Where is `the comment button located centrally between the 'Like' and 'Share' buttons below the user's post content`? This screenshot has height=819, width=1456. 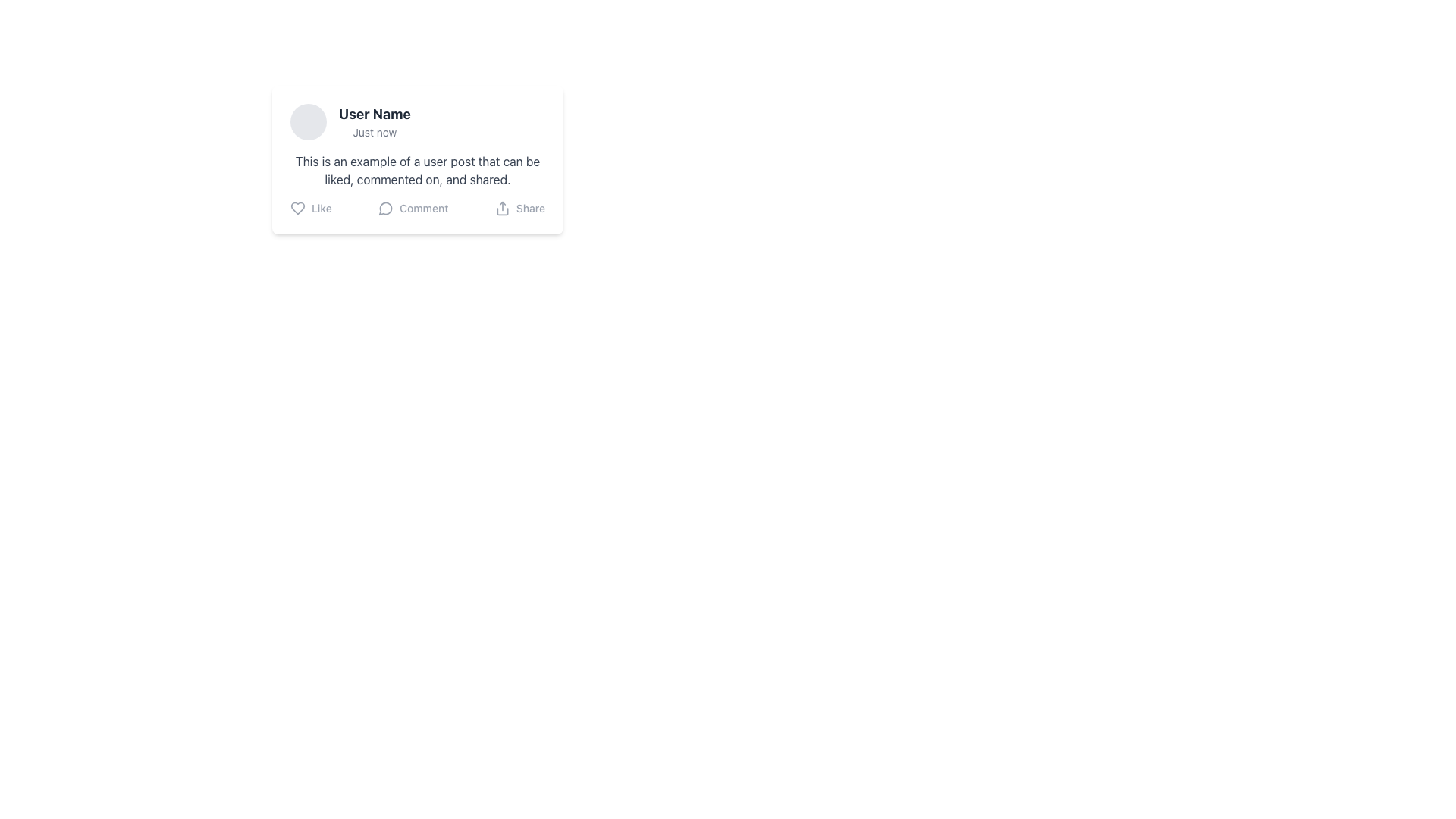
the comment button located centrally between the 'Like' and 'Share' buttons below the user's post content is located at coordinates (413, 208).